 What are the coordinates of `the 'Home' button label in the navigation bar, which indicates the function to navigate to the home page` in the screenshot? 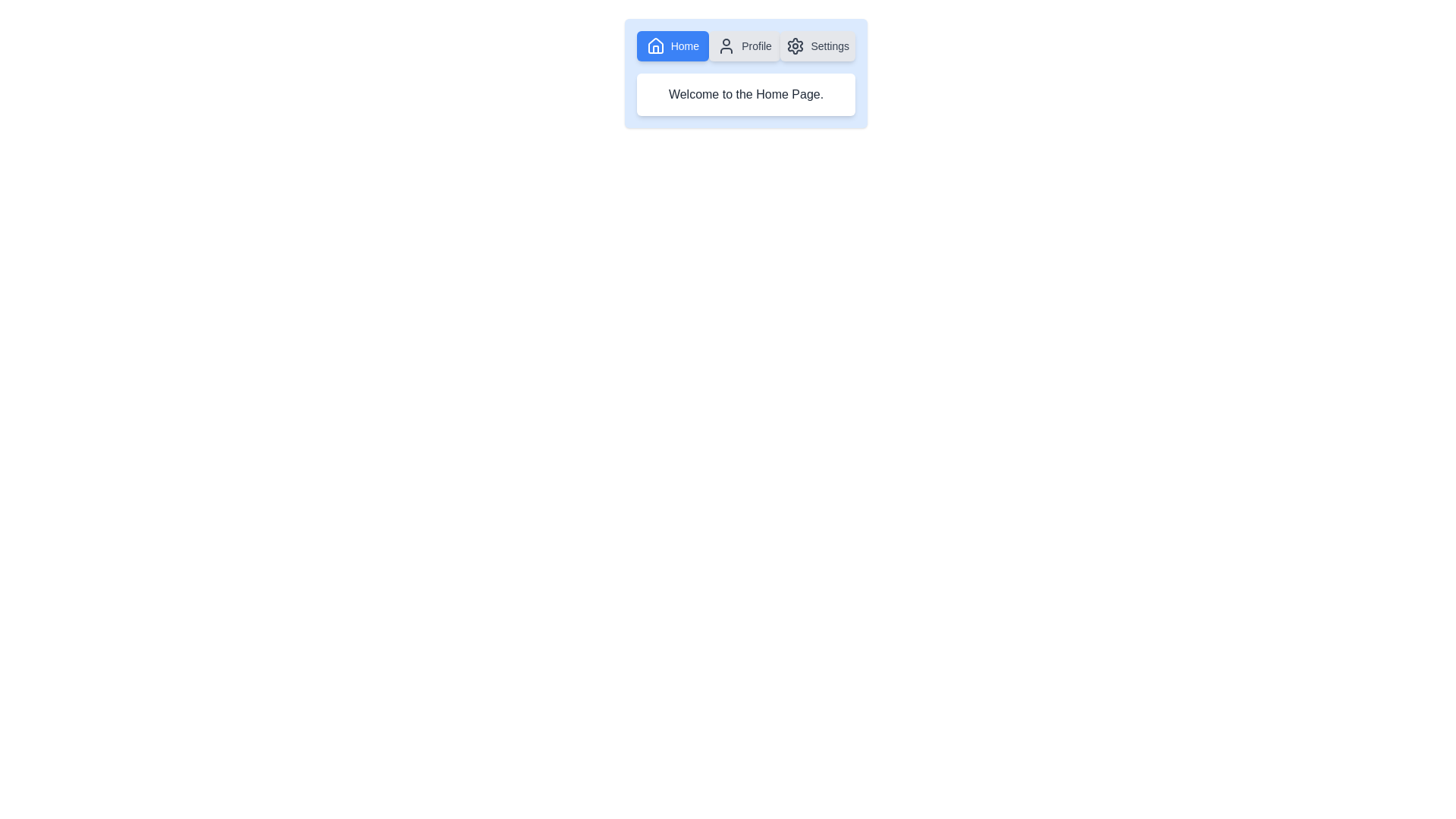 It's located at (684, 45).